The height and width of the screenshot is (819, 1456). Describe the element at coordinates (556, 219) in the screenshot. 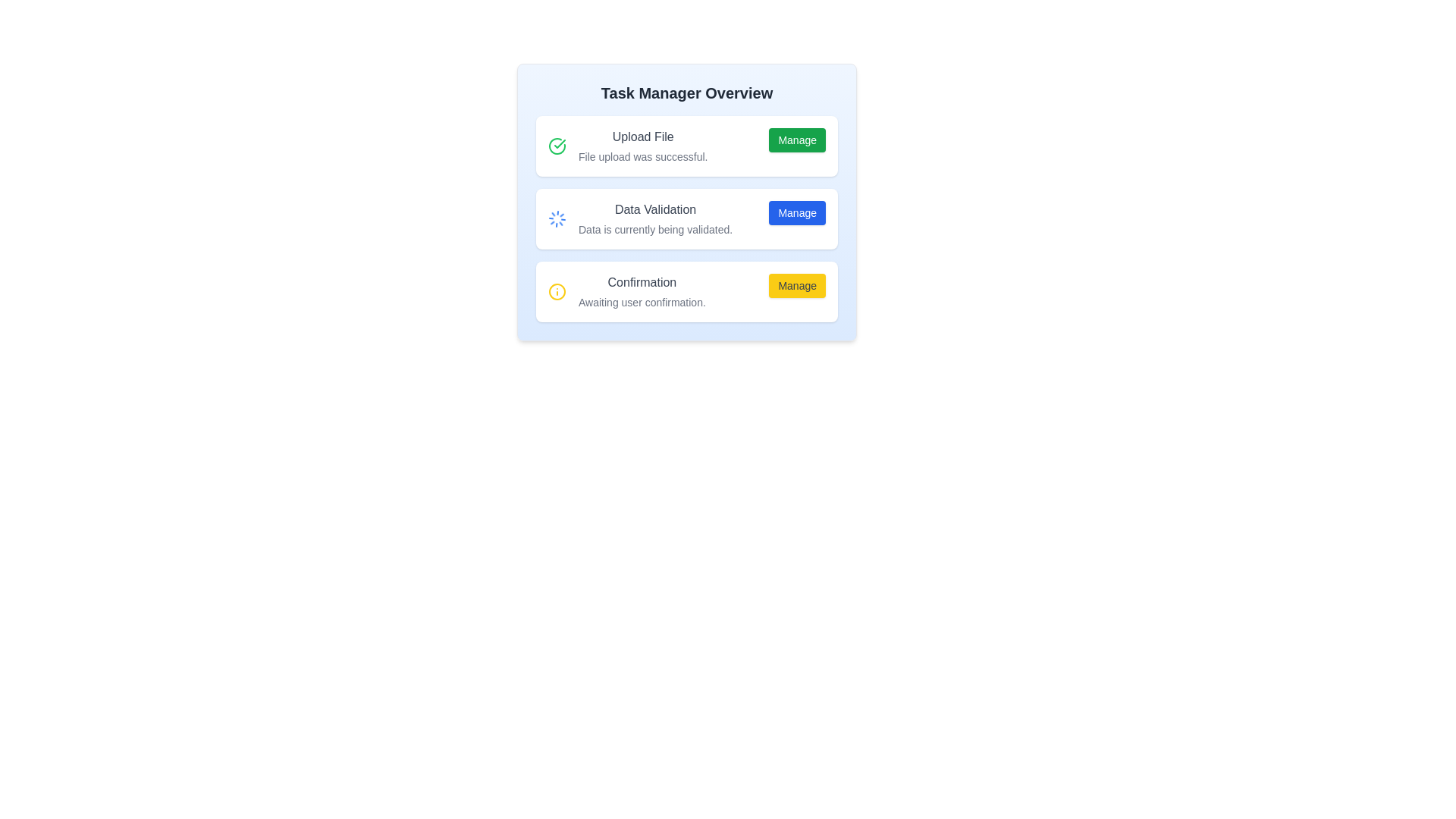

I see `the Spinner icon located in the 'Task Manager Overview' UI card, adjacent to 'Data Validation' and before the 'Manage' button` at that location.